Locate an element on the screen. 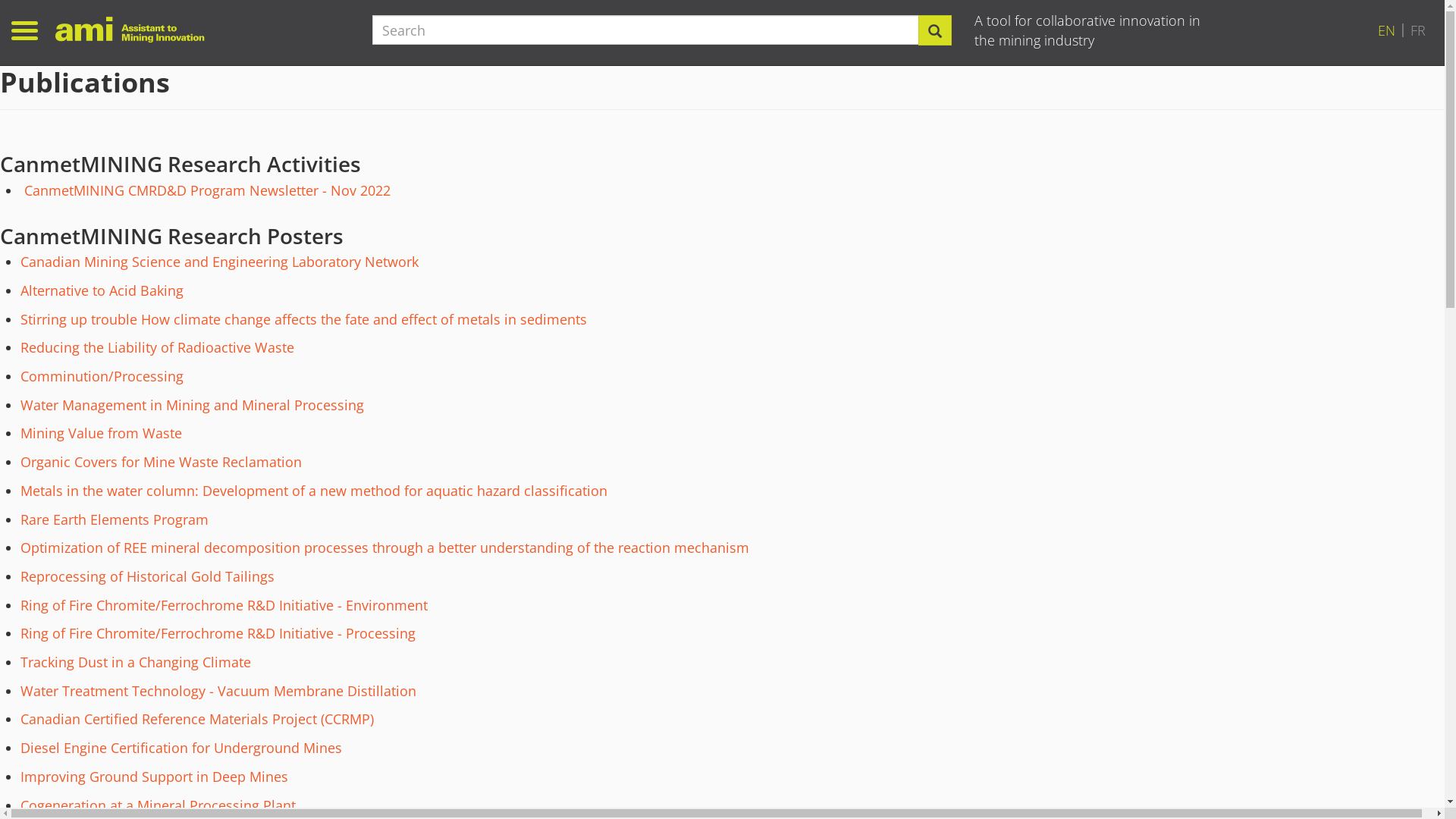 Image resolution: width=1456 pixels, height=819 pixels. 'Alternative to Acid Baking' is located at coordinates (101, 290).